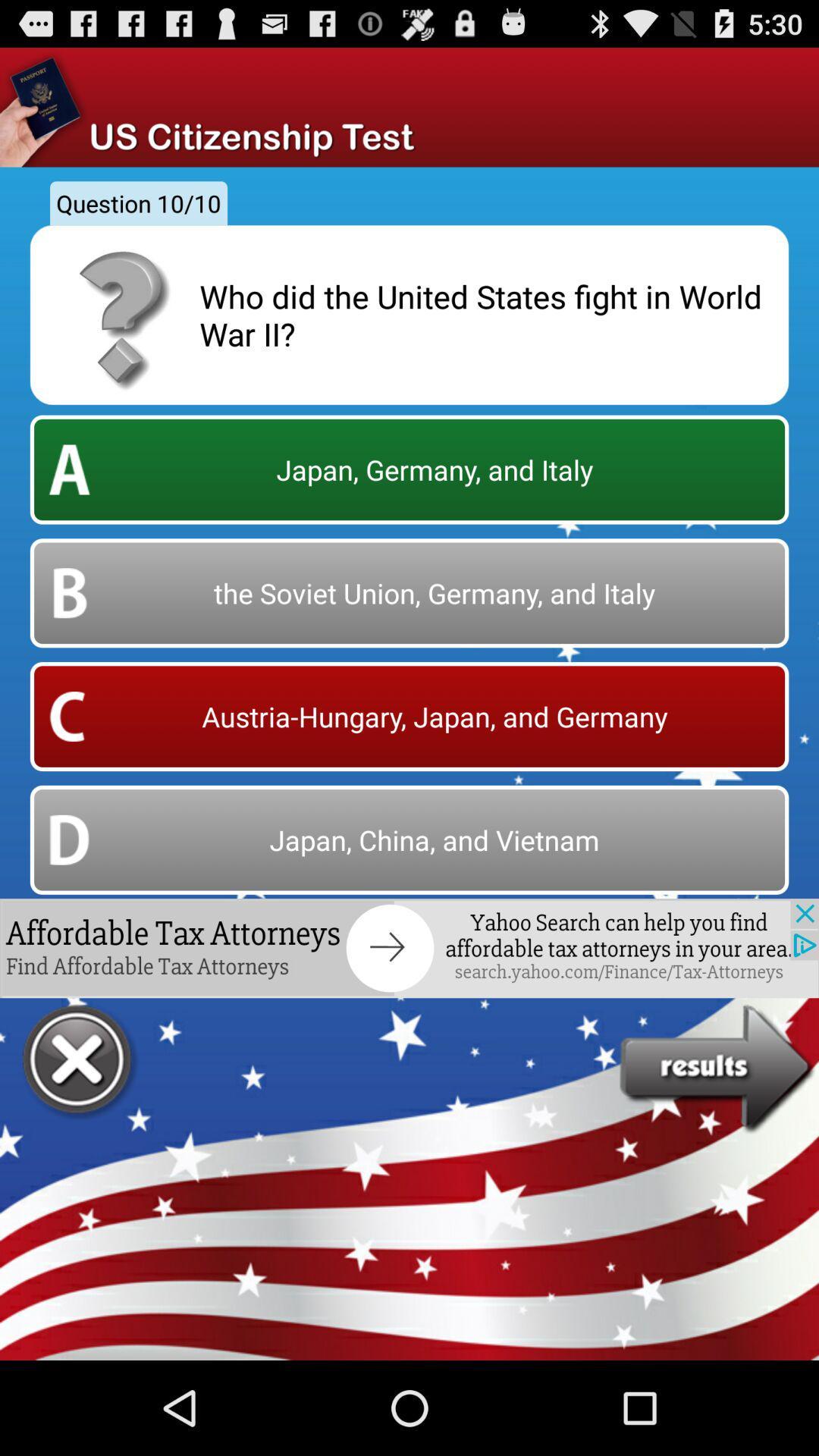 This screenshot has width=819, height=1456. Describe the element at coordinates (718, 1068) in the screenshot. I see `results link` at that location.